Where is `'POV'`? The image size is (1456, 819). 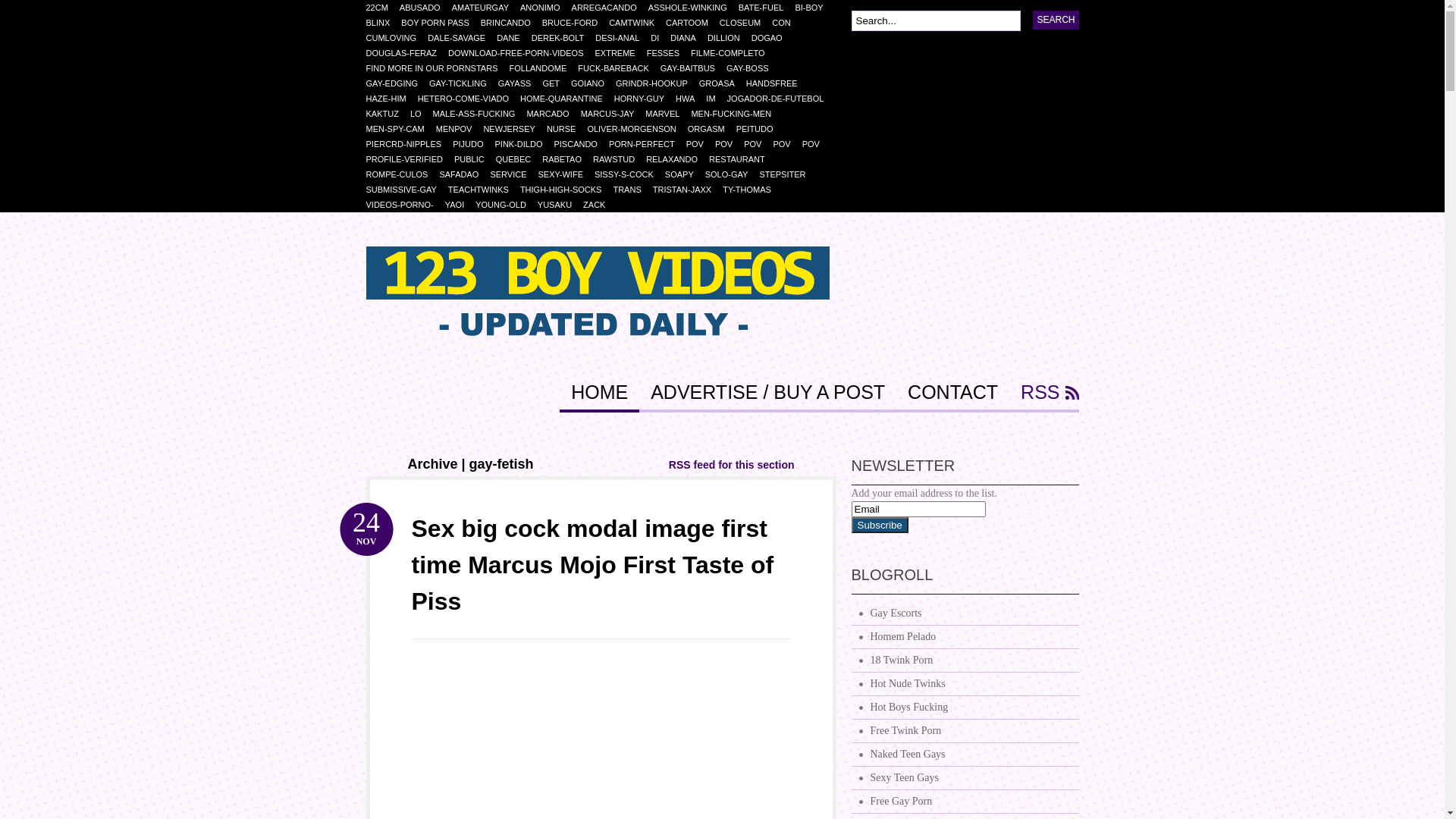
'POV' is located at coordinates (686, 143).